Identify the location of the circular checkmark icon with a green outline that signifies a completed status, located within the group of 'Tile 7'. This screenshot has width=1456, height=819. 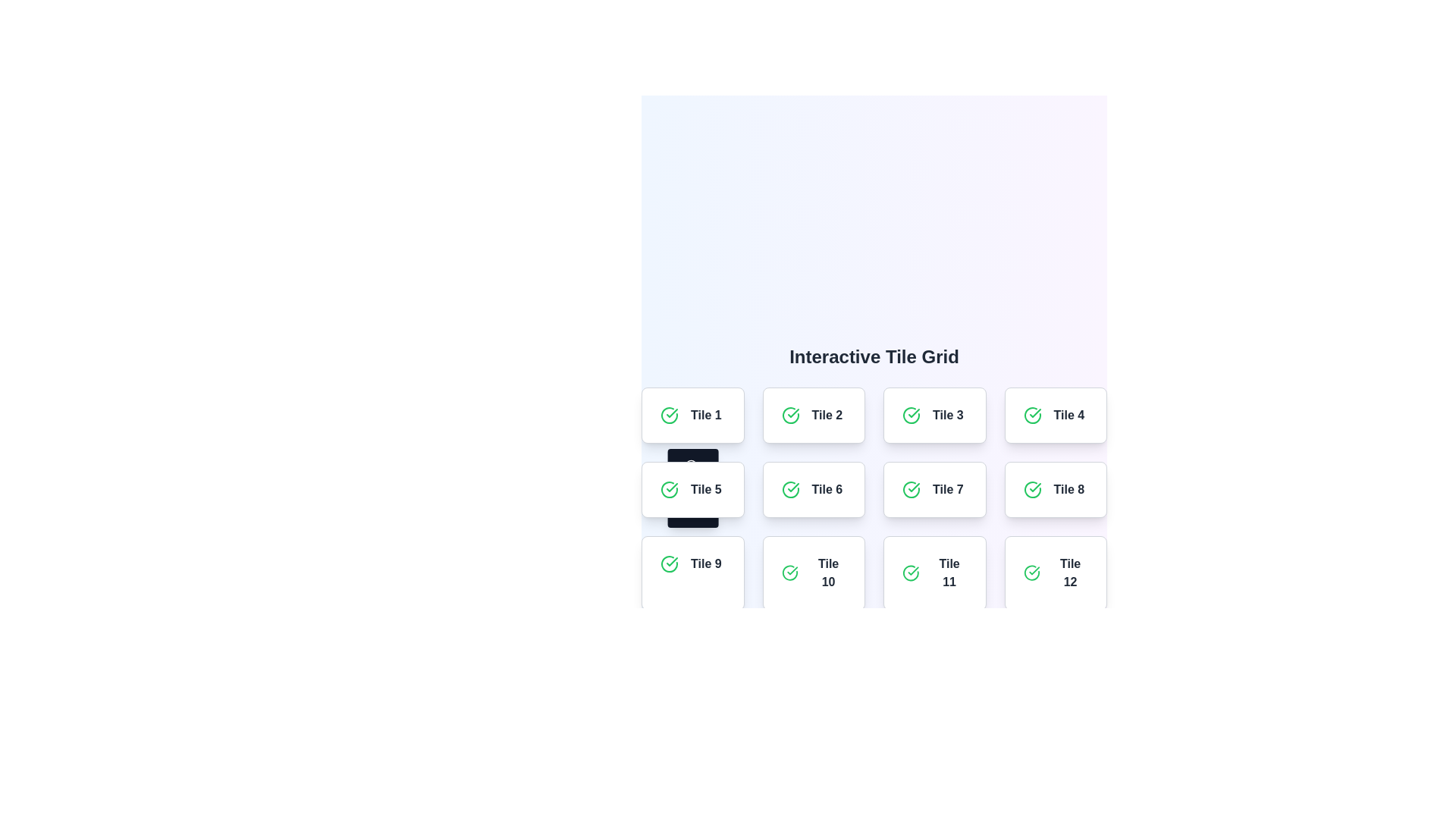
(910, 489).